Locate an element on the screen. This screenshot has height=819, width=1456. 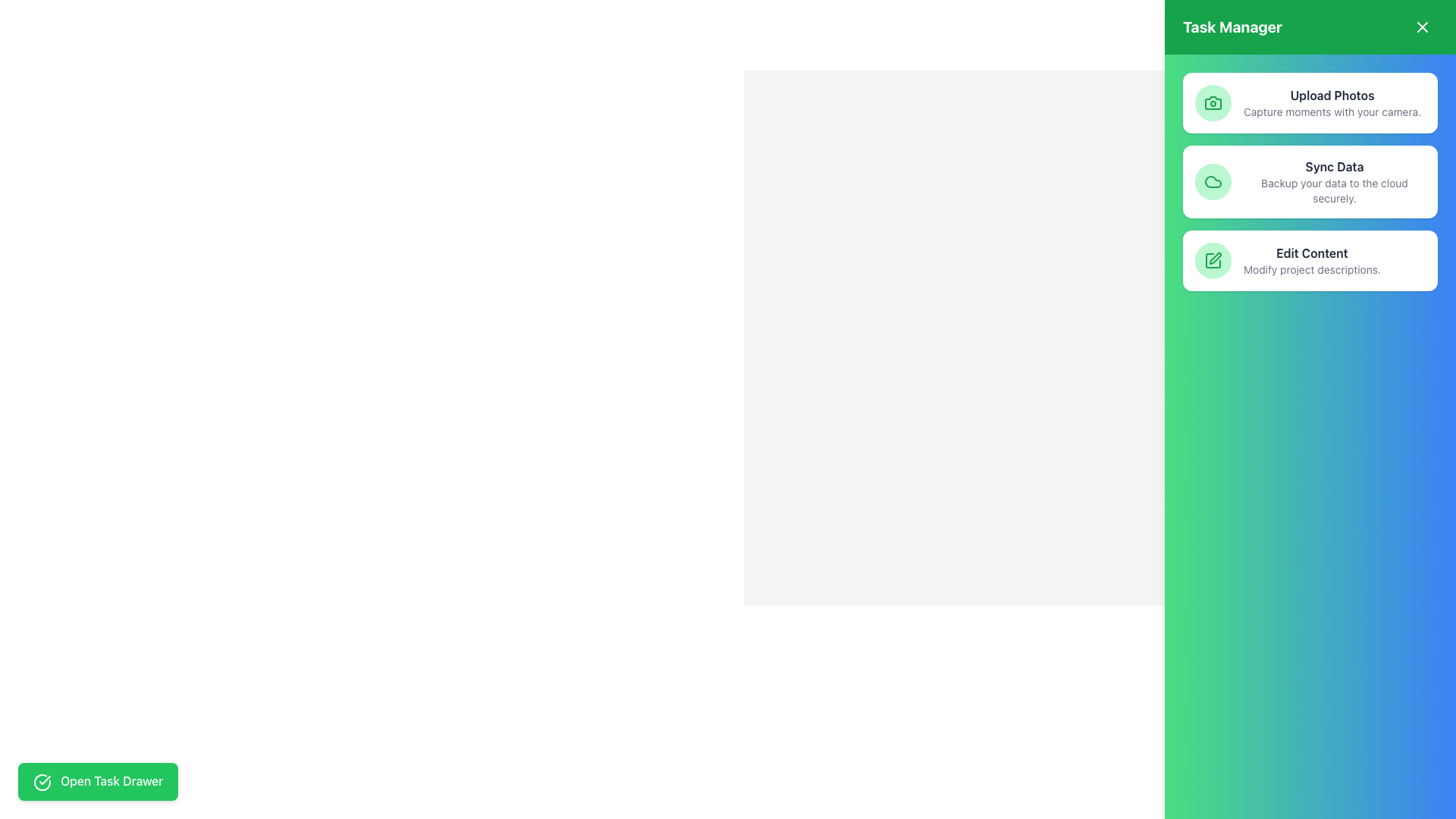
the circular green icon with a cloud outline located to the left of the 'Sync Data' text is located at coordinates (1212, 180).